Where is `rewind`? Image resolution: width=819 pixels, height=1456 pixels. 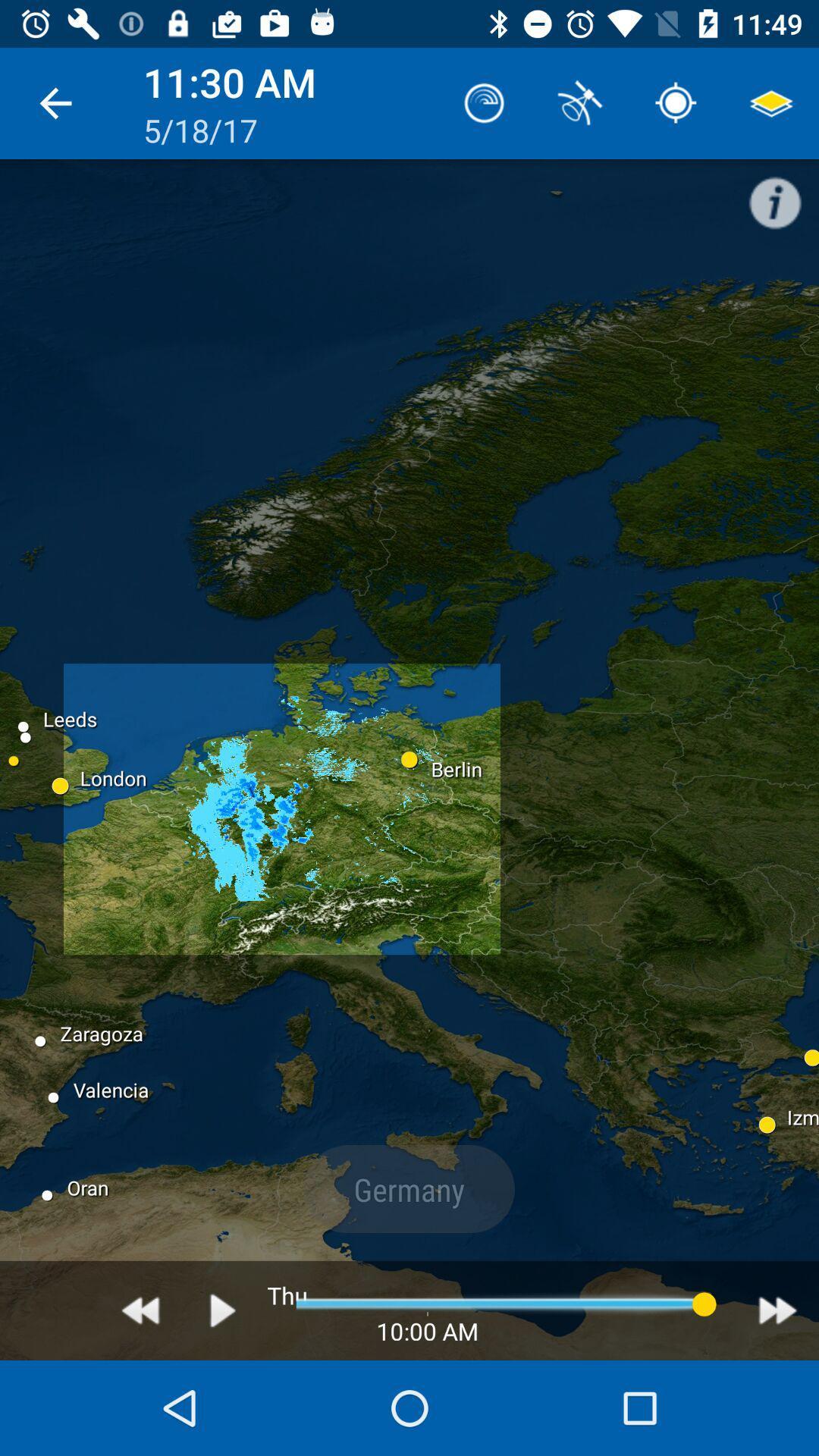
rewind is located at coordinates (140, 1310).